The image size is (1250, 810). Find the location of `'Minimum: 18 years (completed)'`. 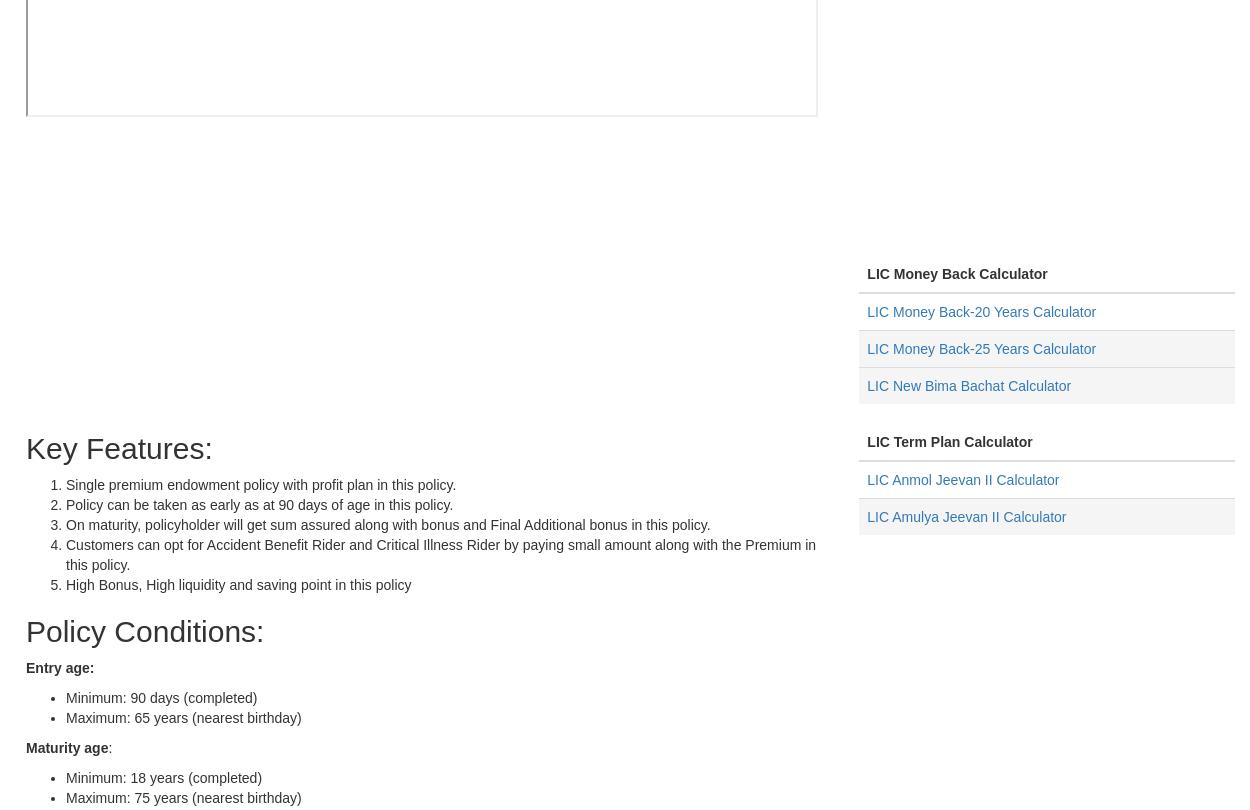

'Minimum: 18 years (completed)' is located at coordinates (164, 777).